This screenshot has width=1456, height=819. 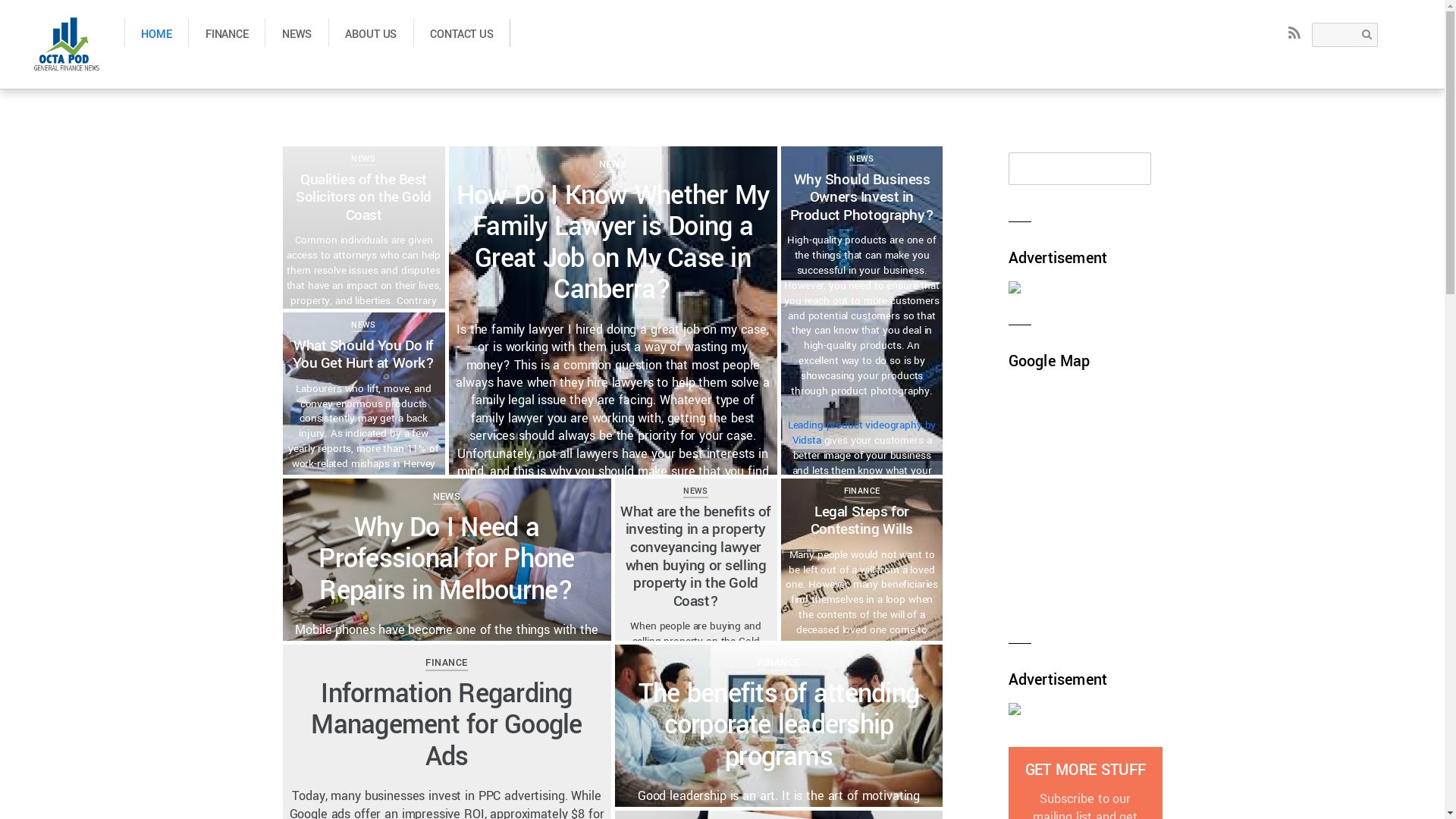 I want to click on 'Search', so click(x=1079, y=168).